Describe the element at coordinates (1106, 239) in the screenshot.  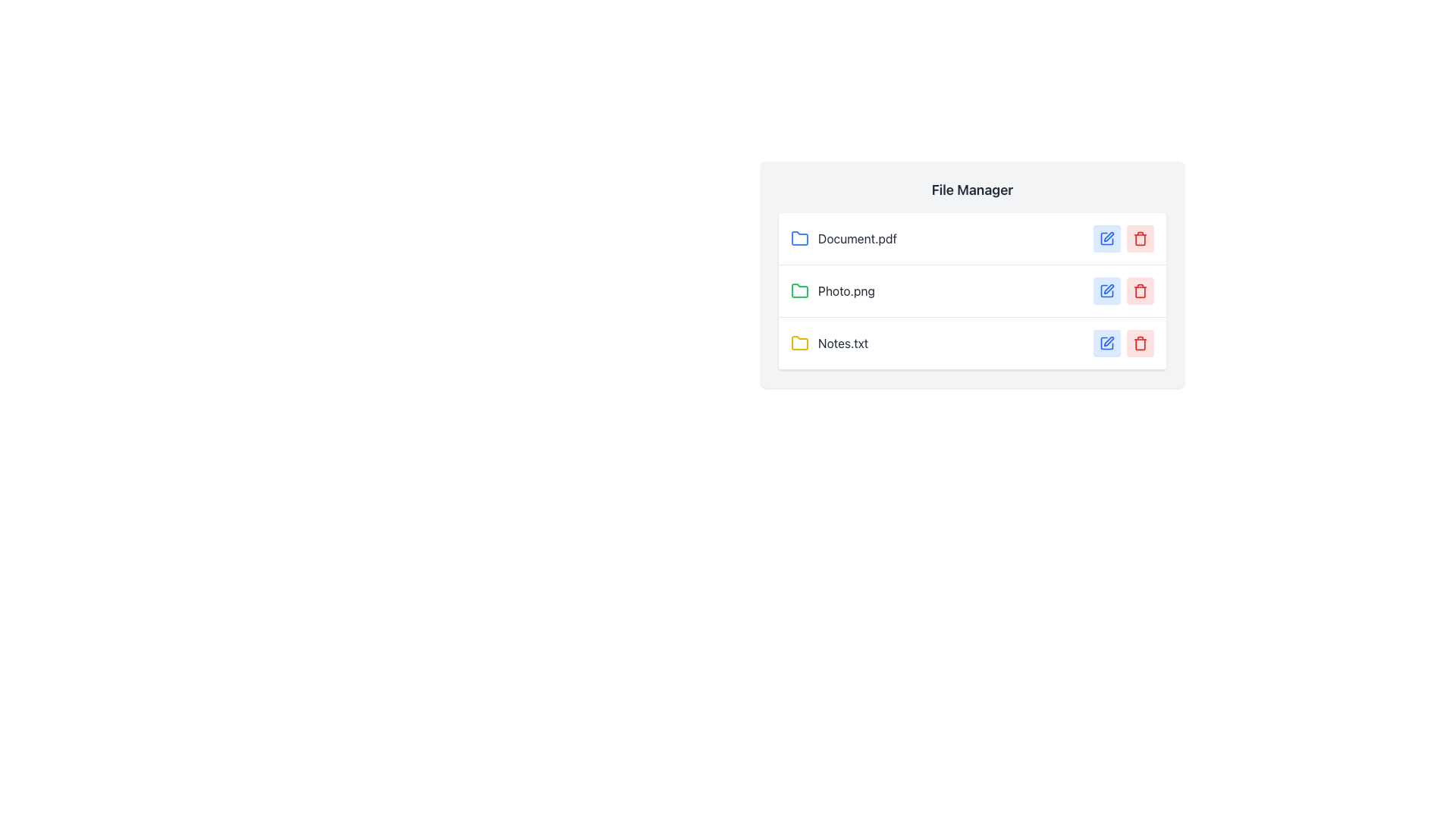
I see `the icon associated with the 'Photo.png' file, located in the third row of buttons` at that location.